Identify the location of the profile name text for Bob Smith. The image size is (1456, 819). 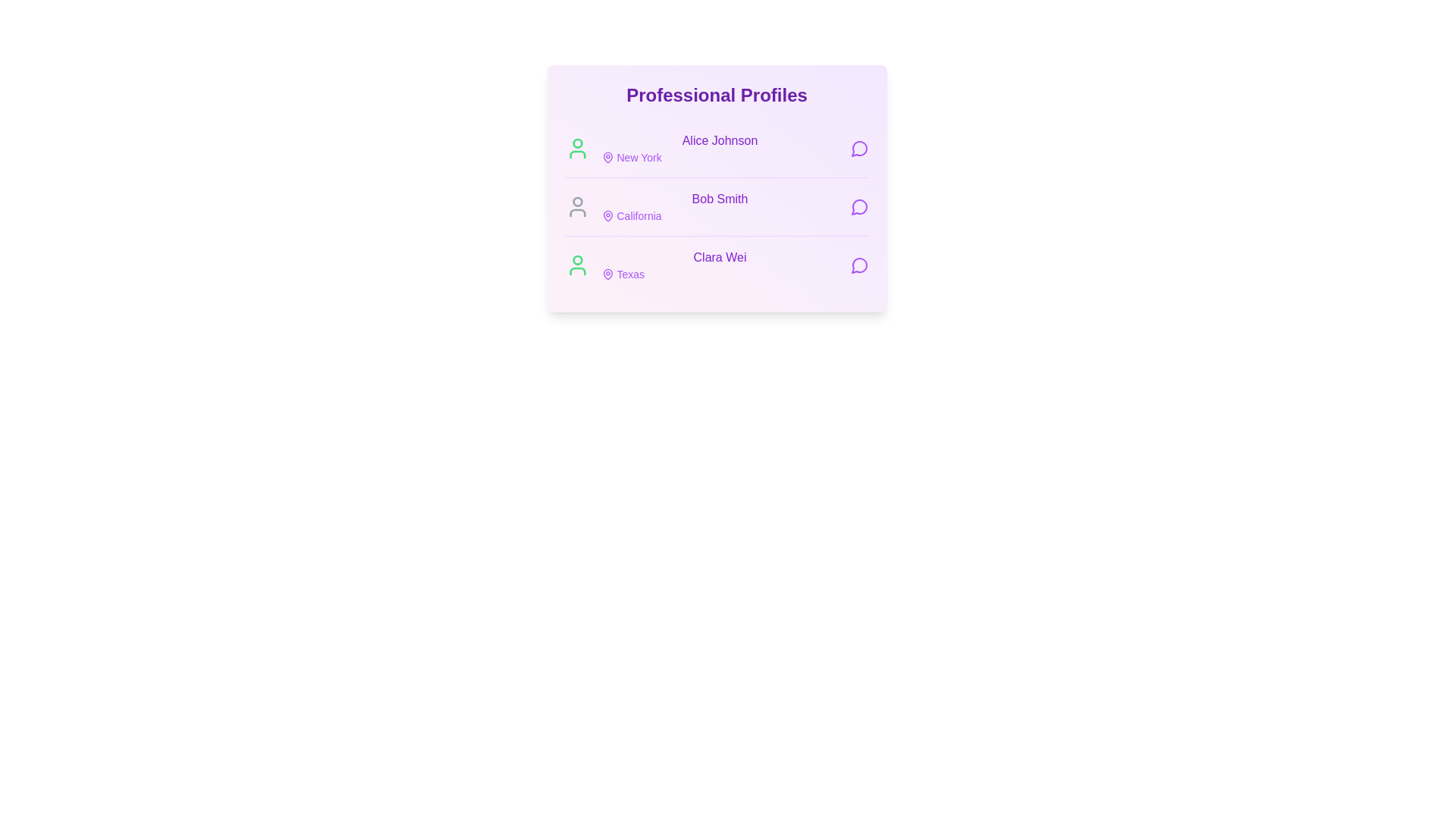
(719, 198).